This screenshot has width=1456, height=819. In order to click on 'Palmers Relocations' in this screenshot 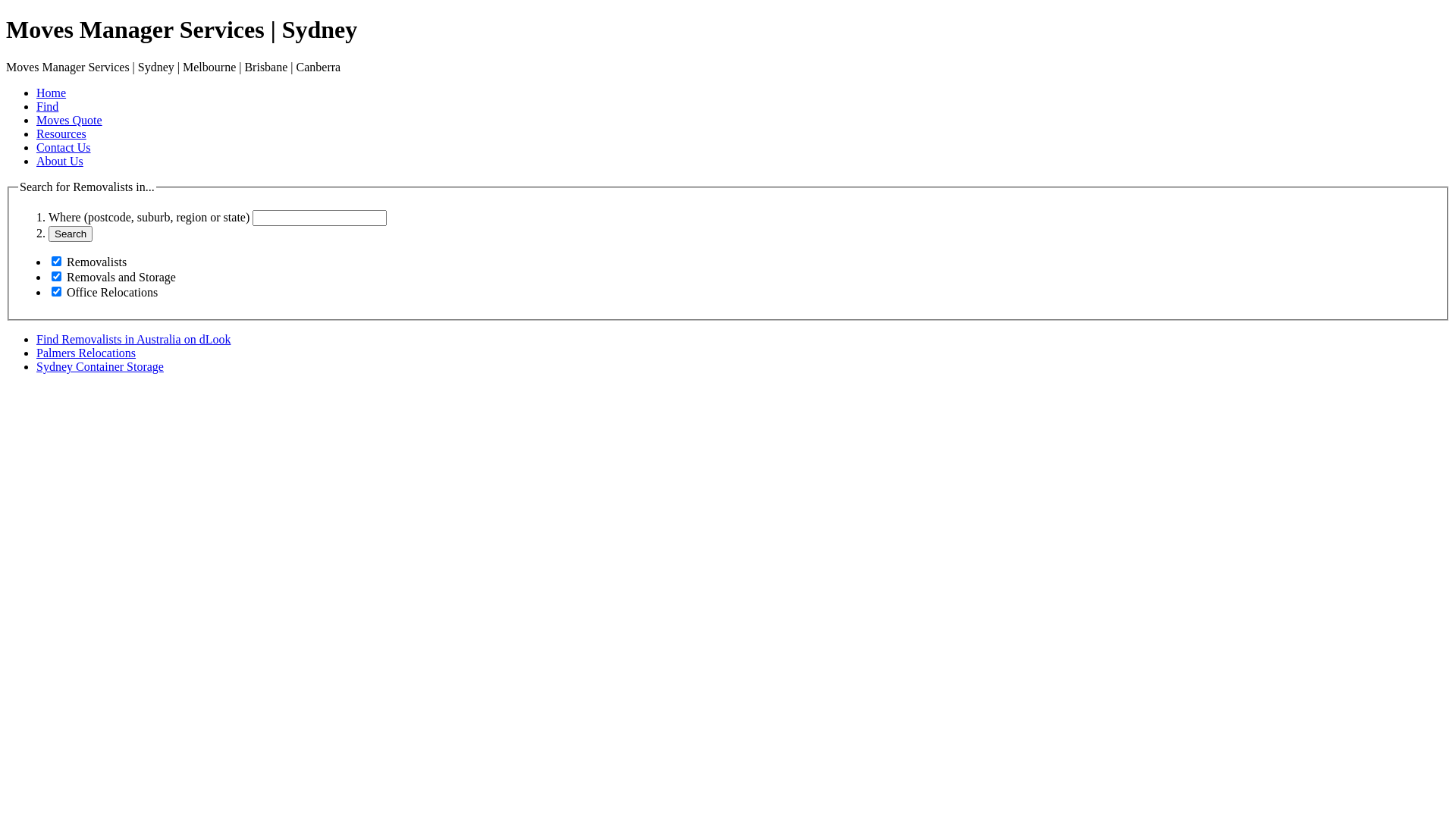, I will do `click(85, 353)`.